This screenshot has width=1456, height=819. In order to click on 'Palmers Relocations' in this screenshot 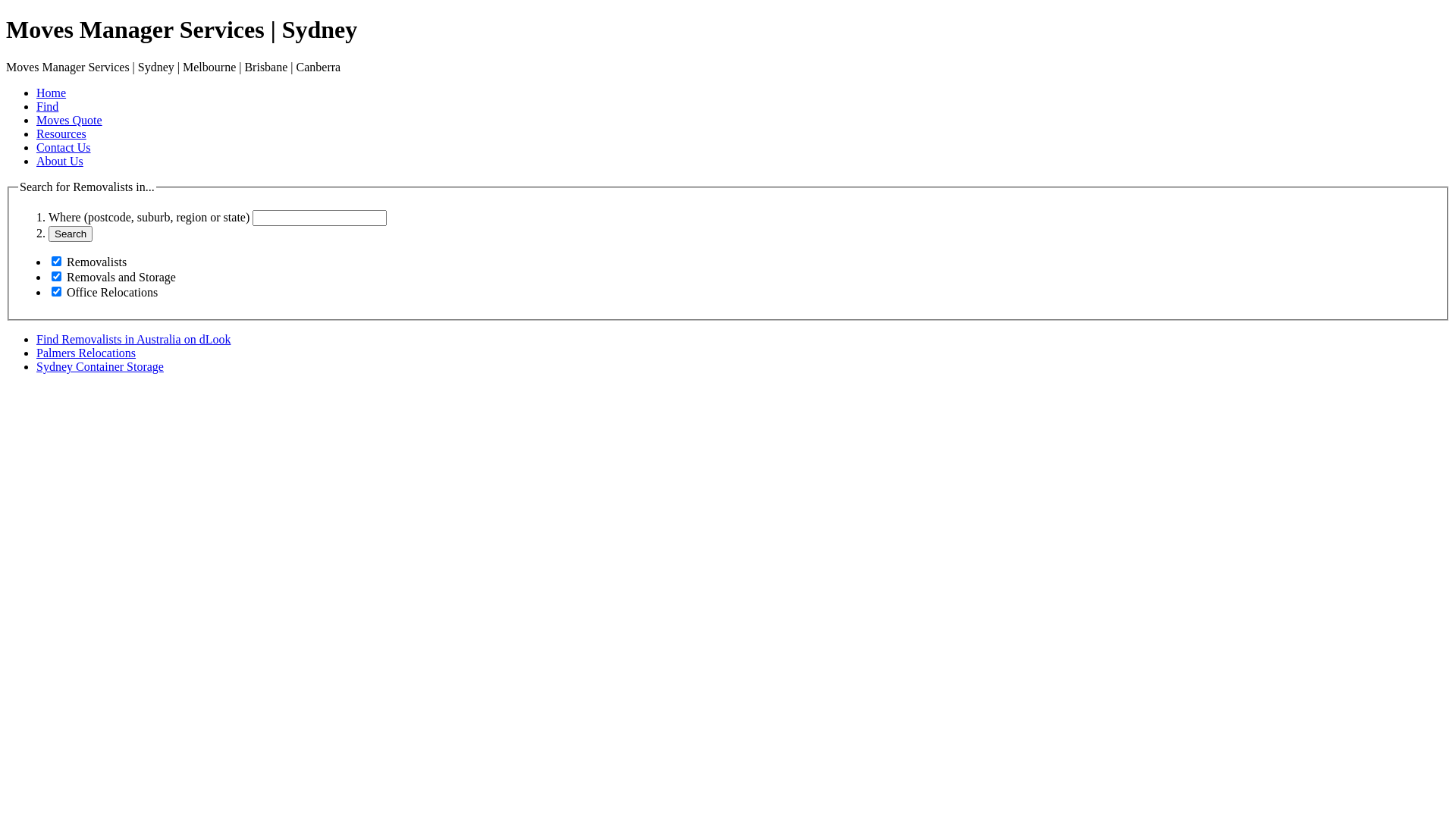, I will do `click(85, 353)`.